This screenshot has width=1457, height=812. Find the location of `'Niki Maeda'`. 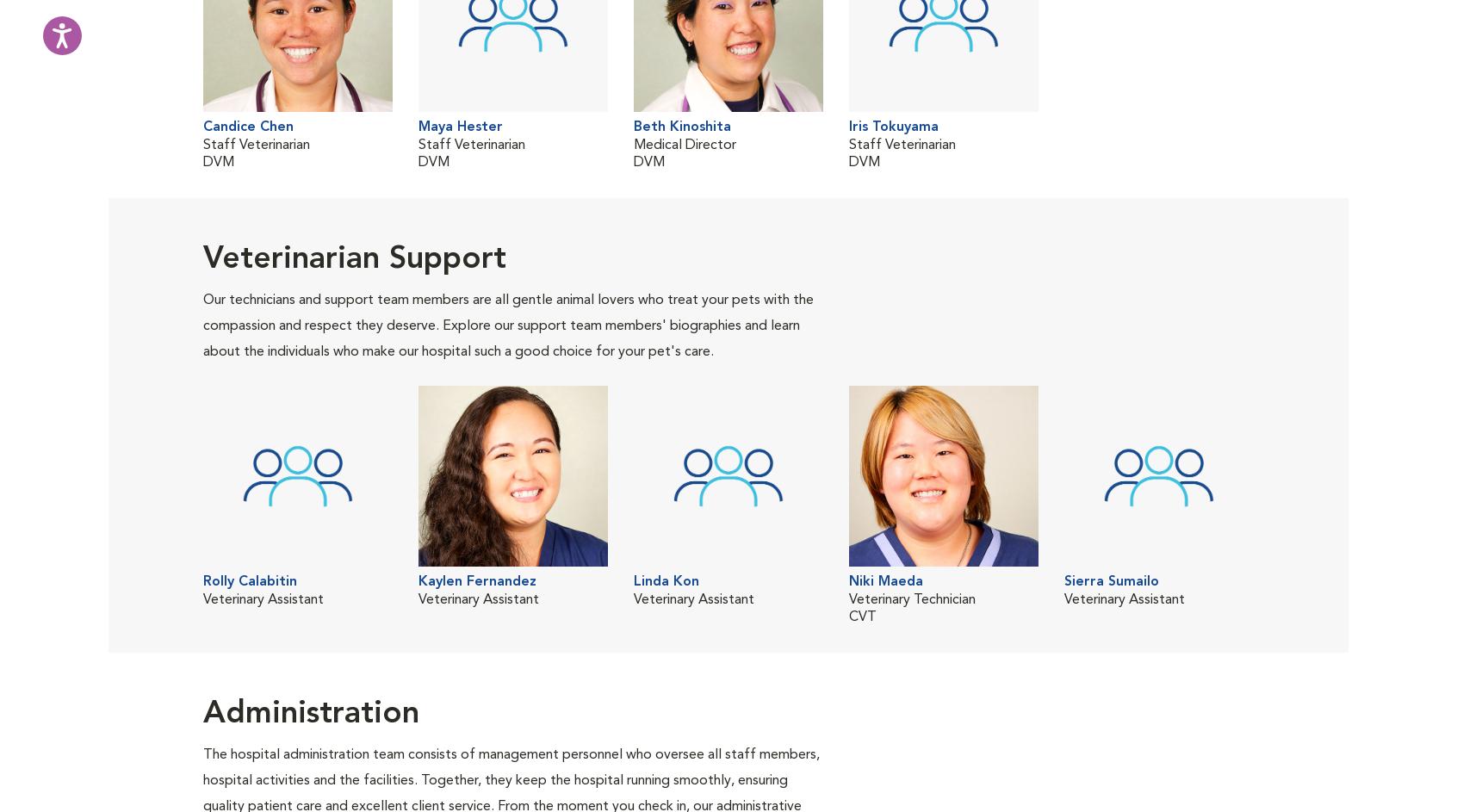

'Niki Maeda' is located at coordinates (885, 582).